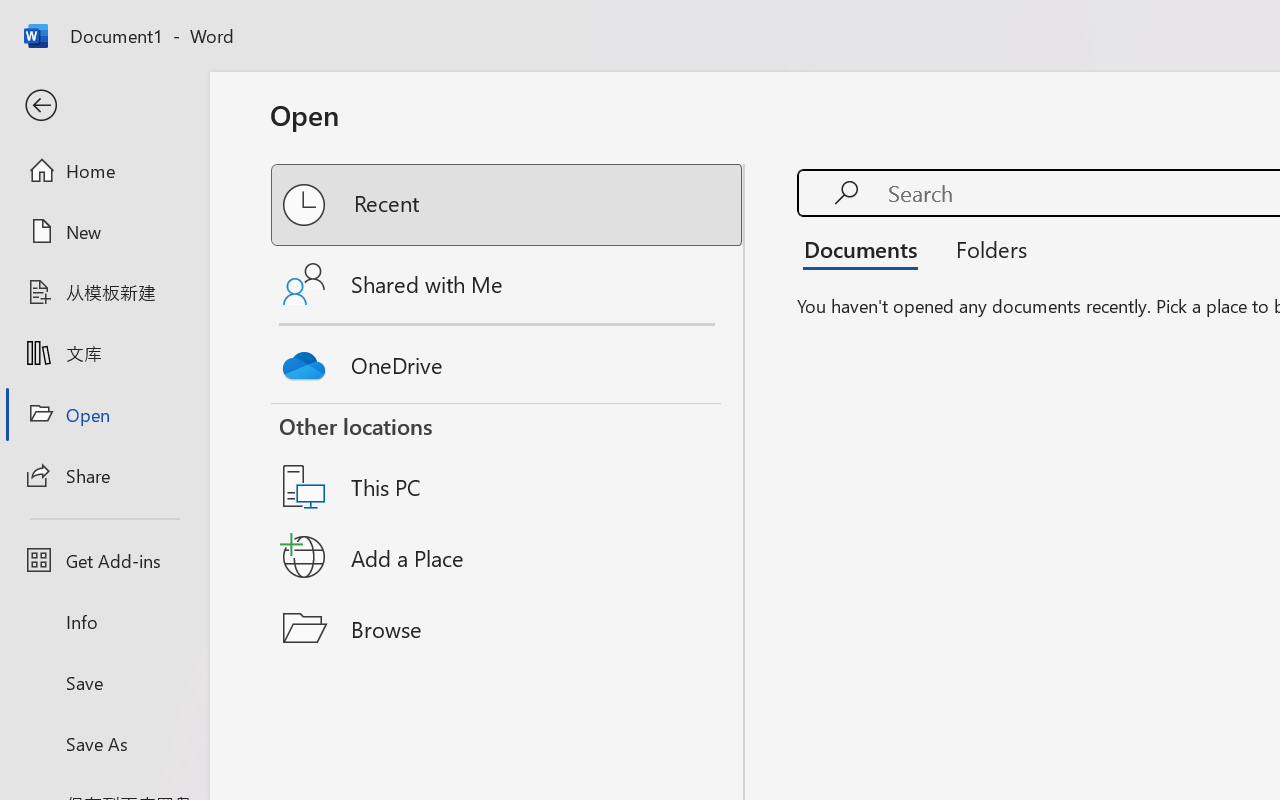 The height and width of the screenshot is (800, 1280). I want to click on 'Documents', so click(866, 248).